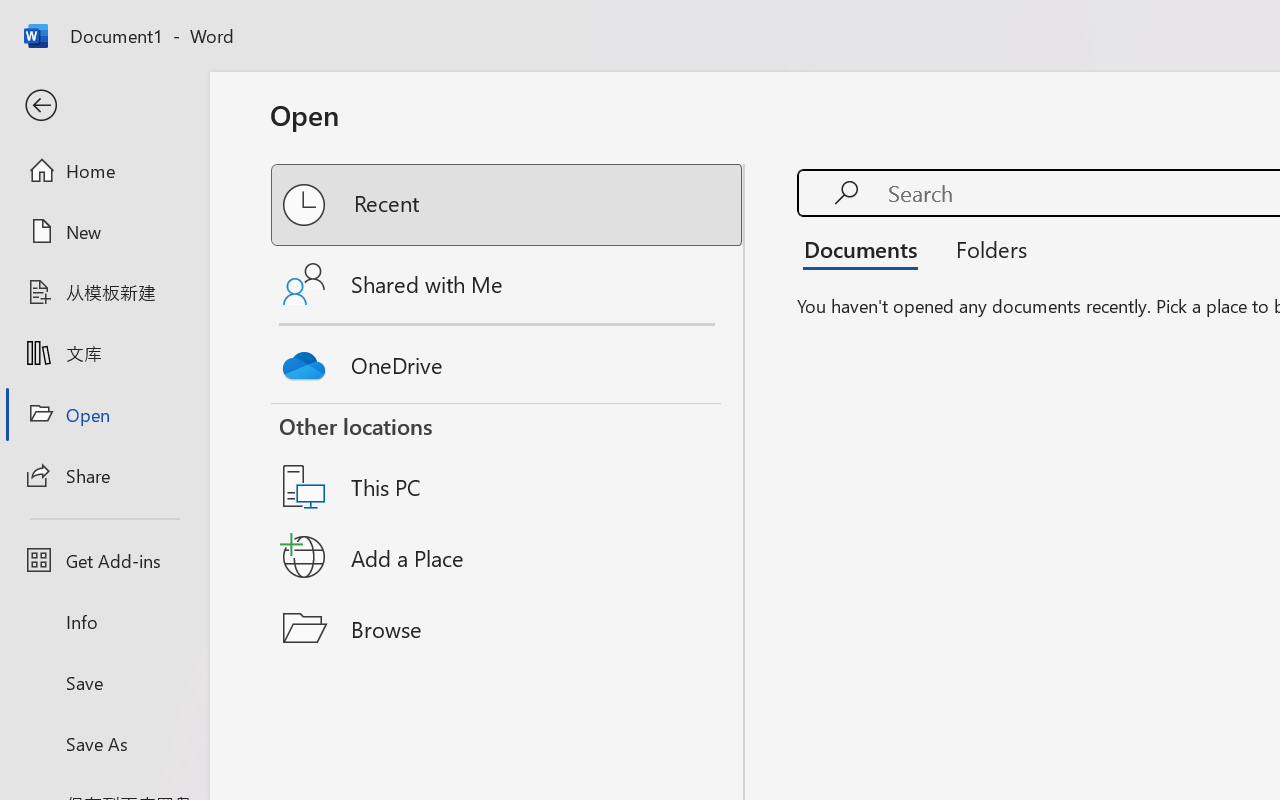 The height and width of the screenshot is (800, 1280). I want to click on 'Documents', so click(866, 248).